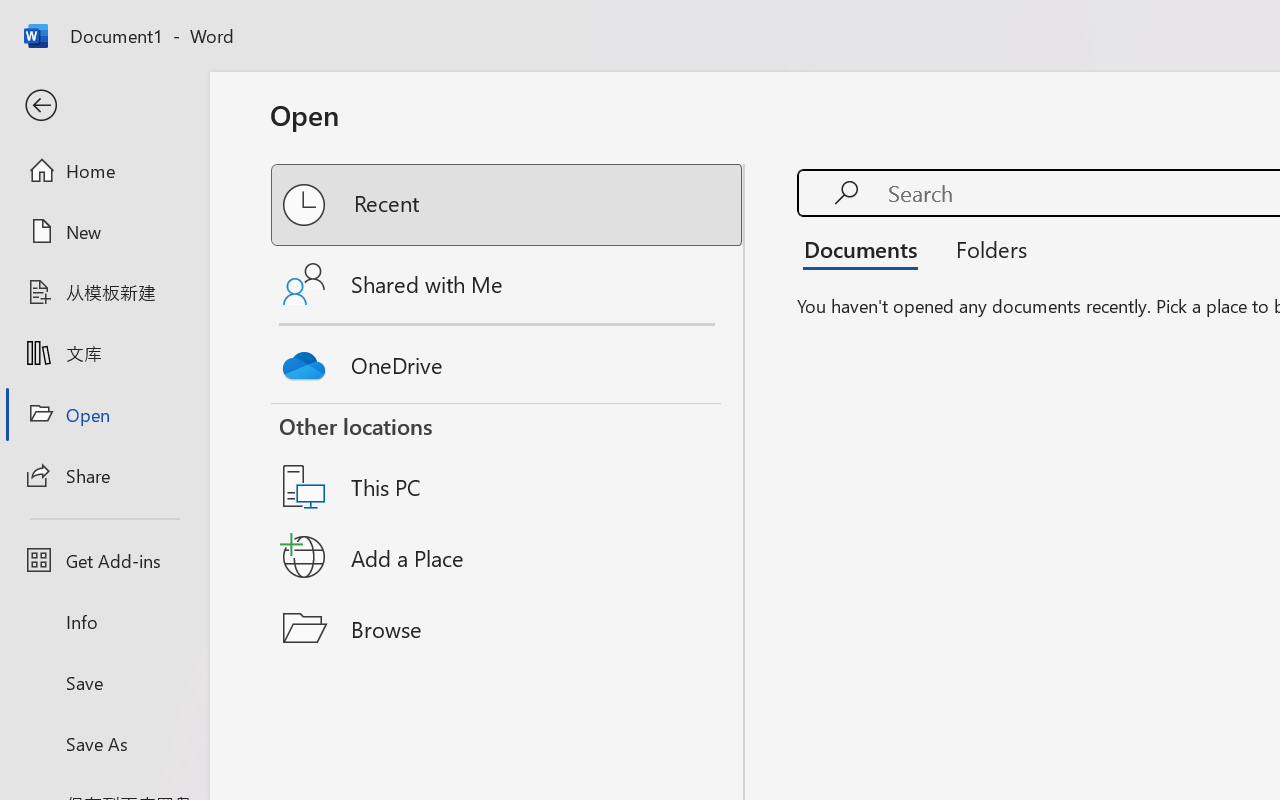 The height and width of the screenshot is (800, 1280). I want to click on 'Documents', so click(866, 248).